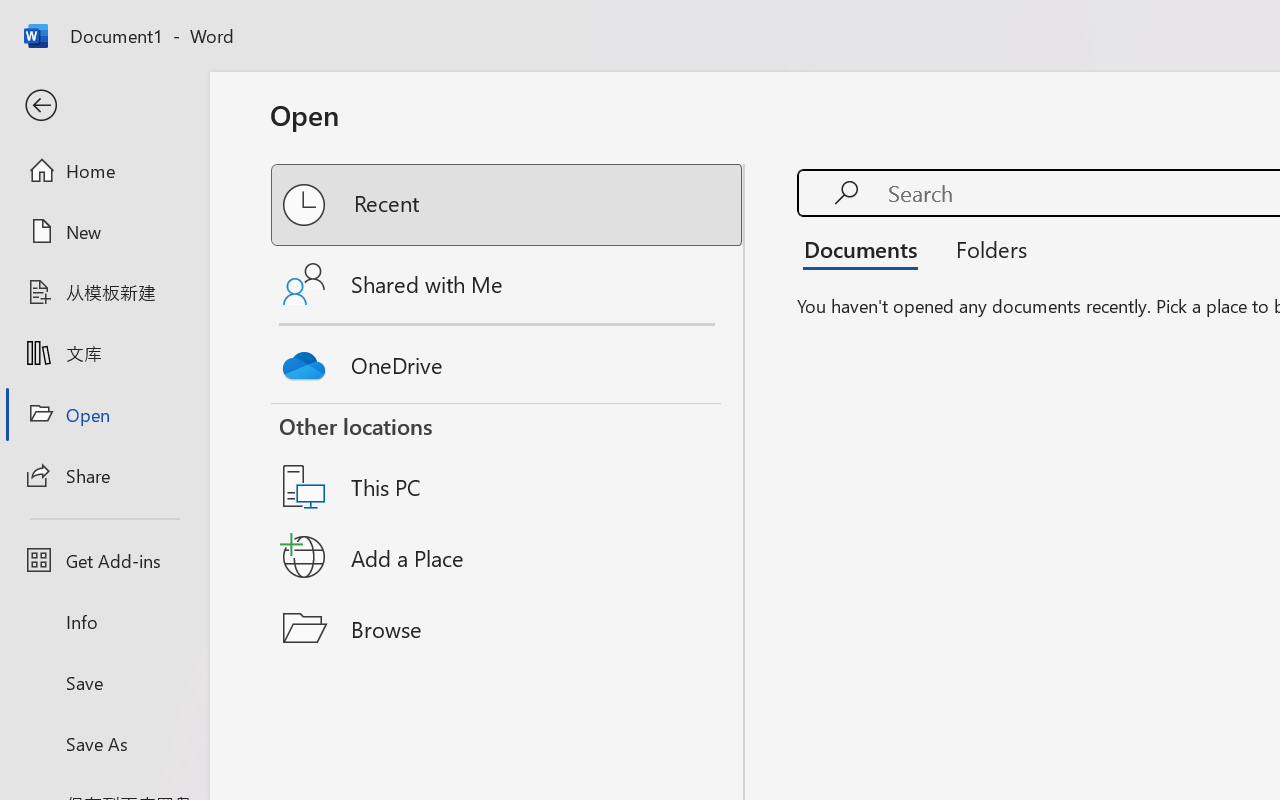 The height and width of the screenshot is (800, 1280). I want to click on 'Documents', so click(866, 248).